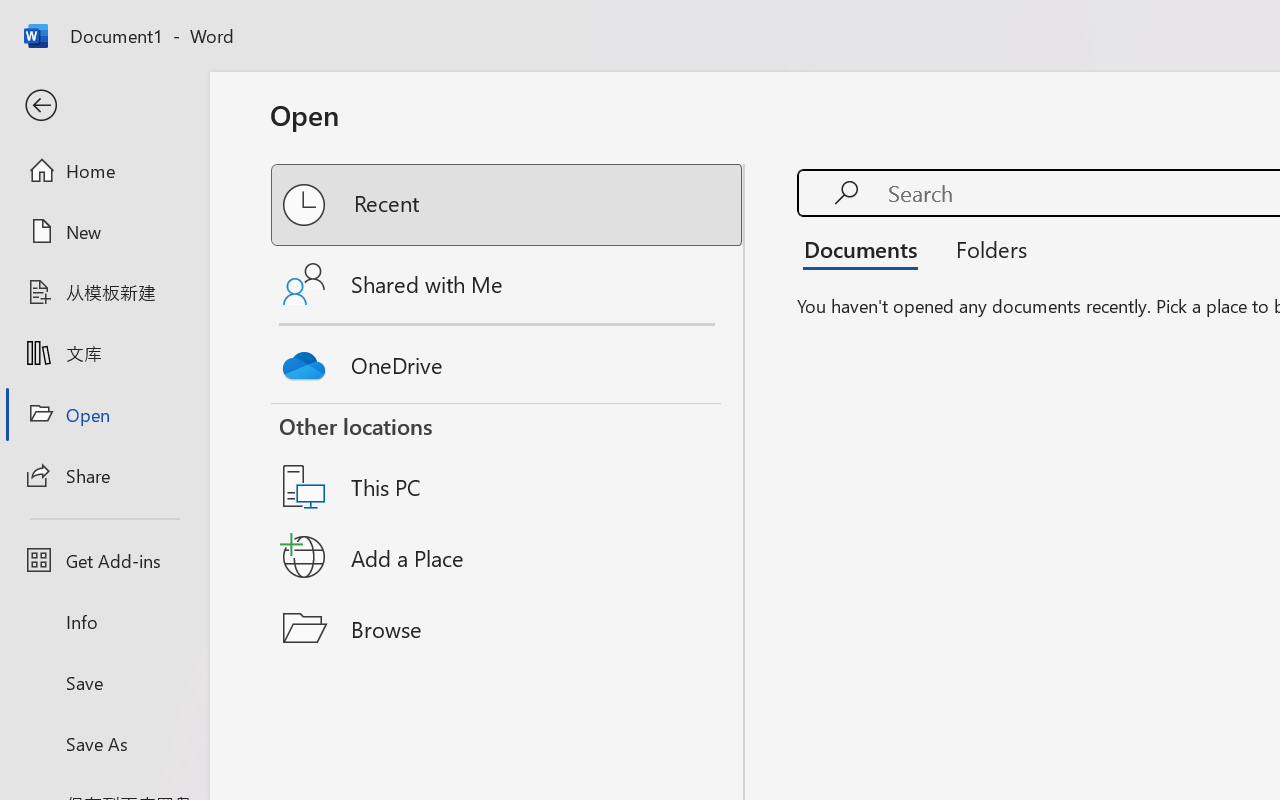 The height and width of the screenshot is (800, 1280). I want to click on 'Documents', so click(866, 248).